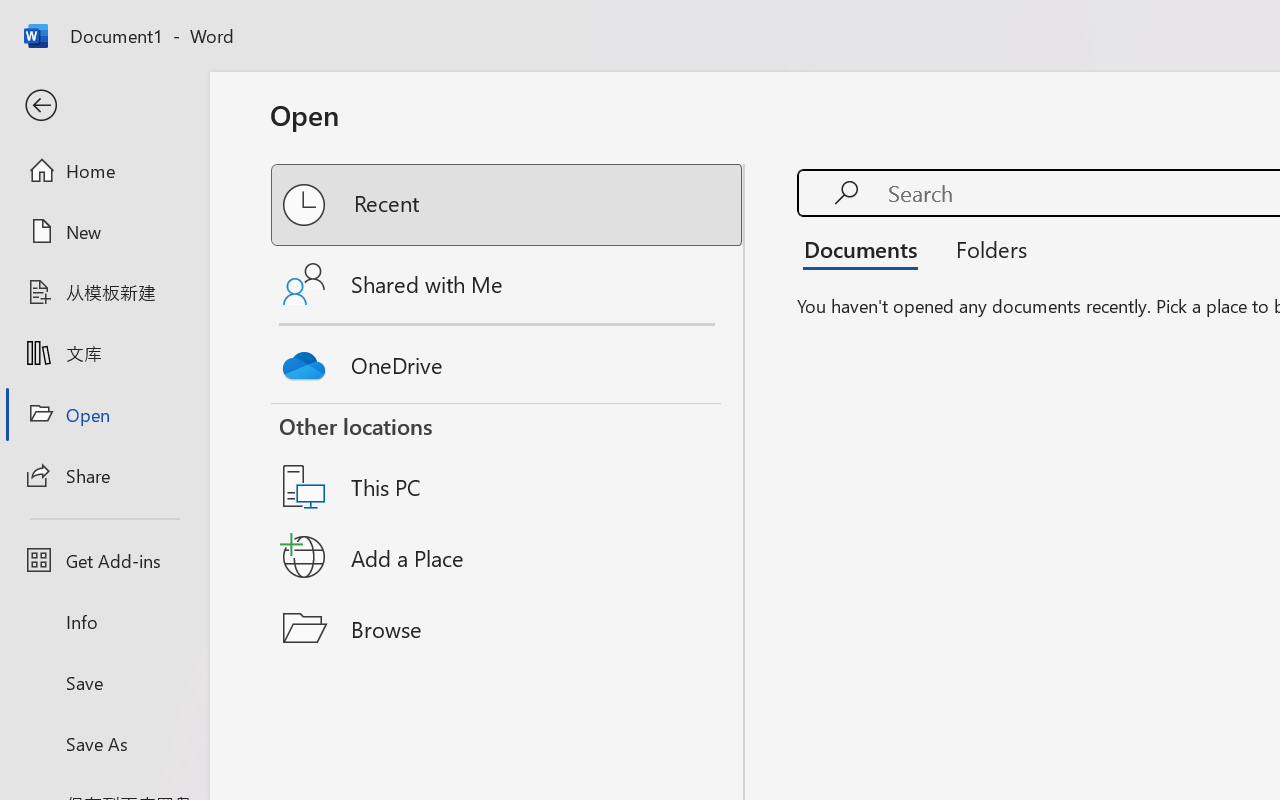 The height and width of the screenshot is (800, 1280). I want to click on 'Documents', so click(866, 248).